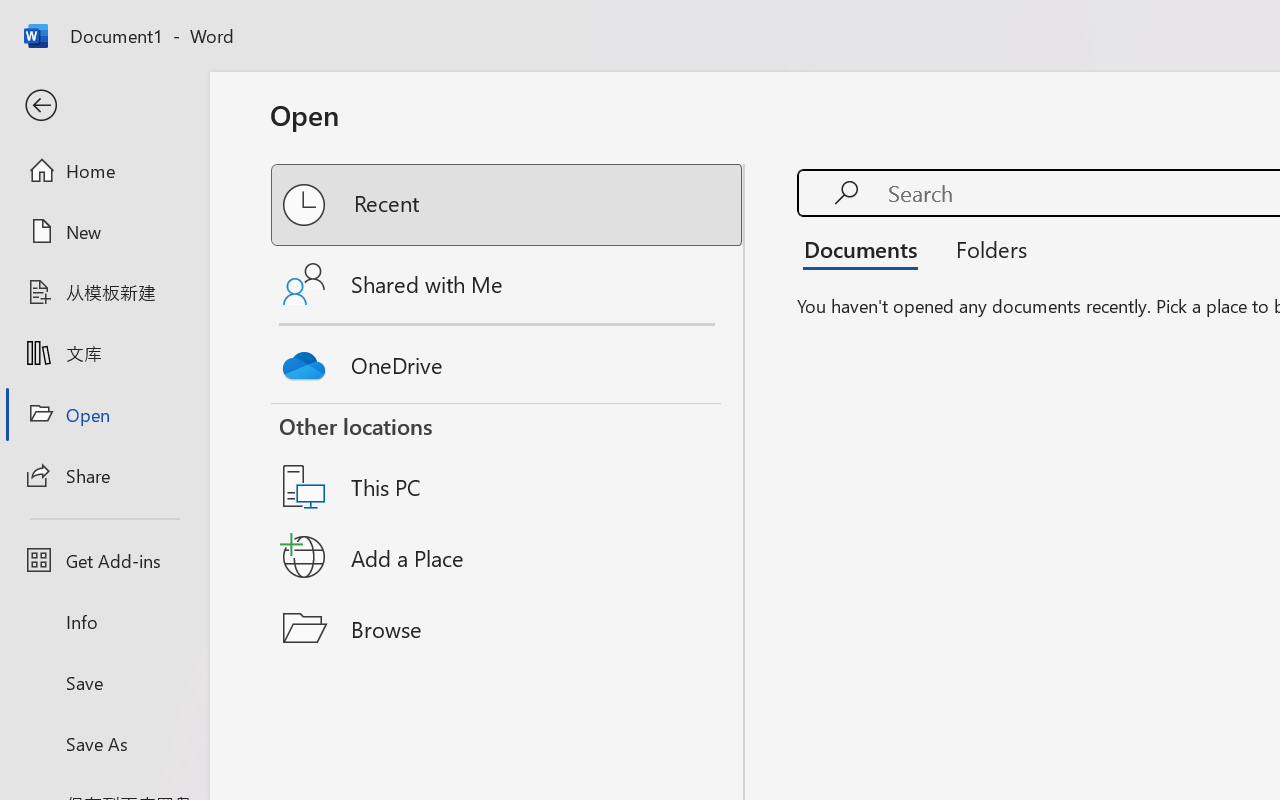 The height and width of the screenshot is (800, 1280). I want to click on 'Documents', so click(866, 248).